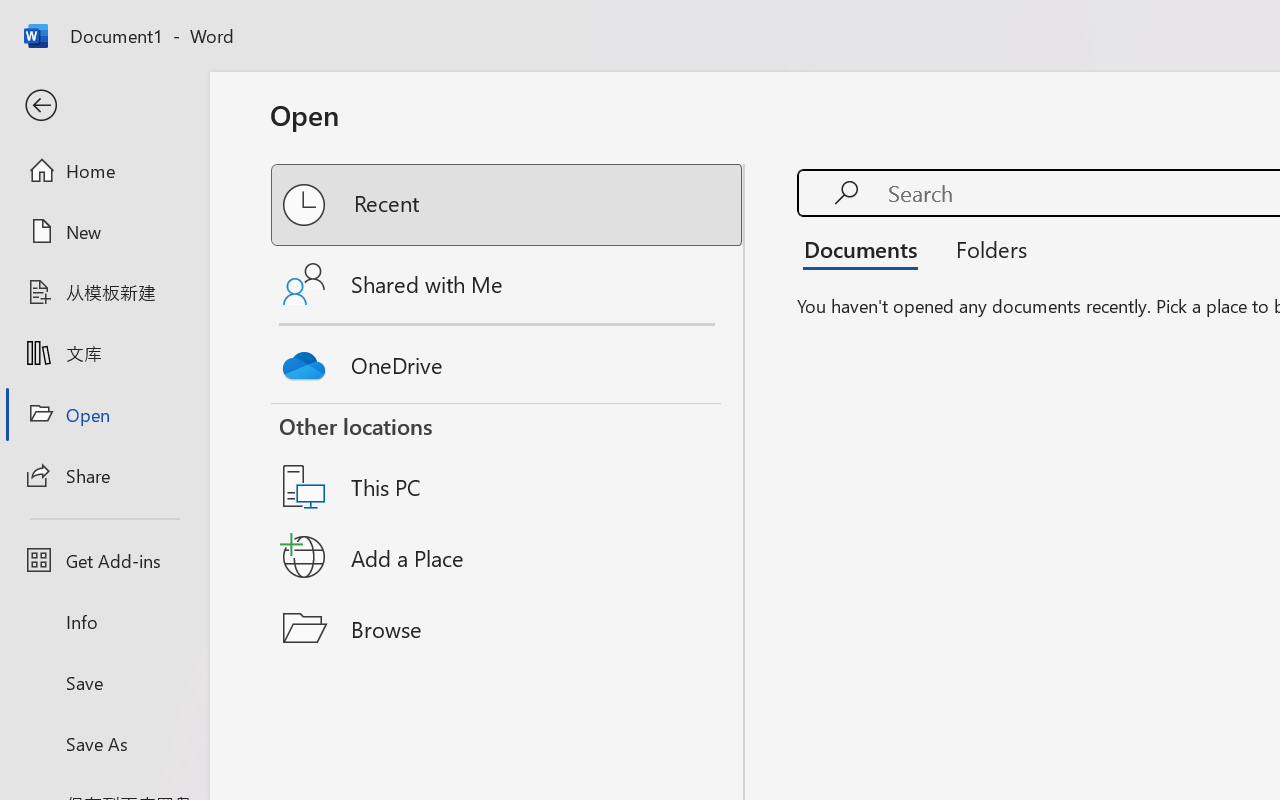 The height and width of the screenshot is (800, 1280). I want to click on 'Documents', so click(866, 248).